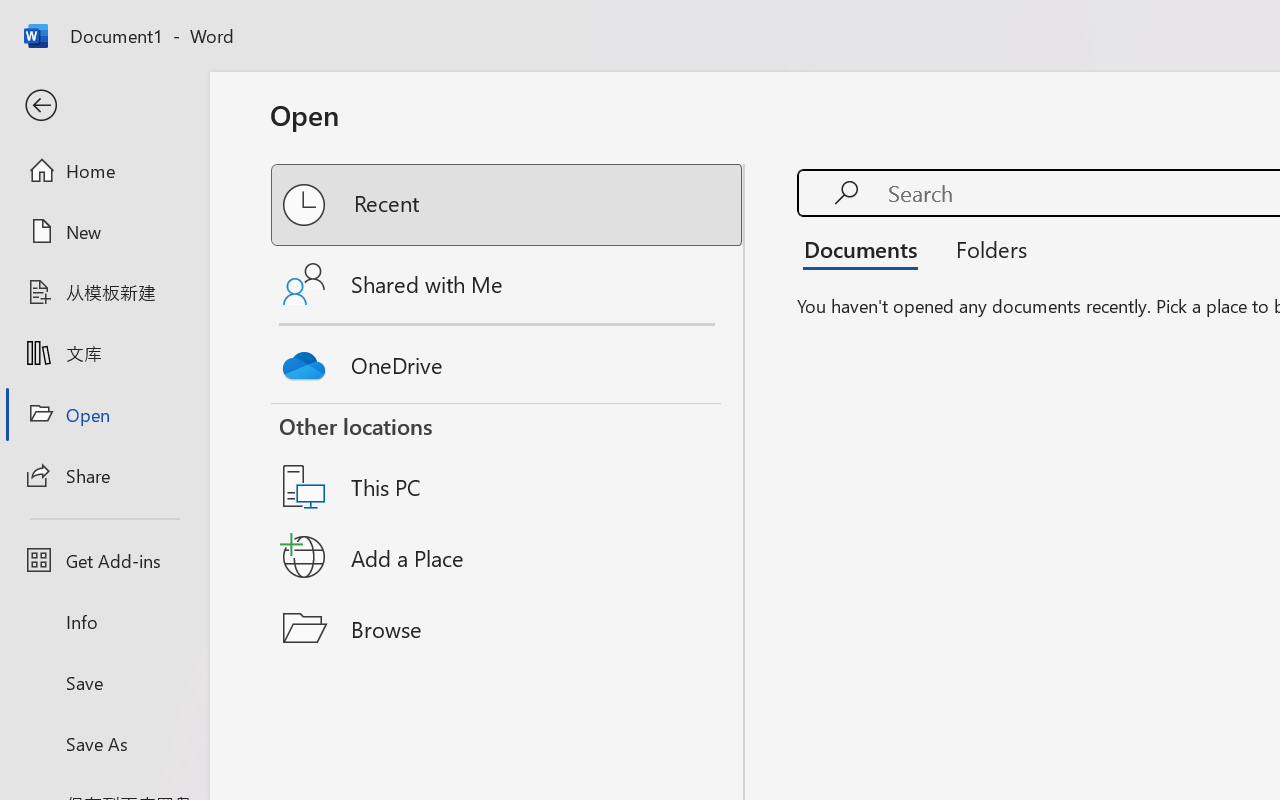 The height and width of the screenshot is (800, 1280). I want to click on 'Documents', so click(866, 248).